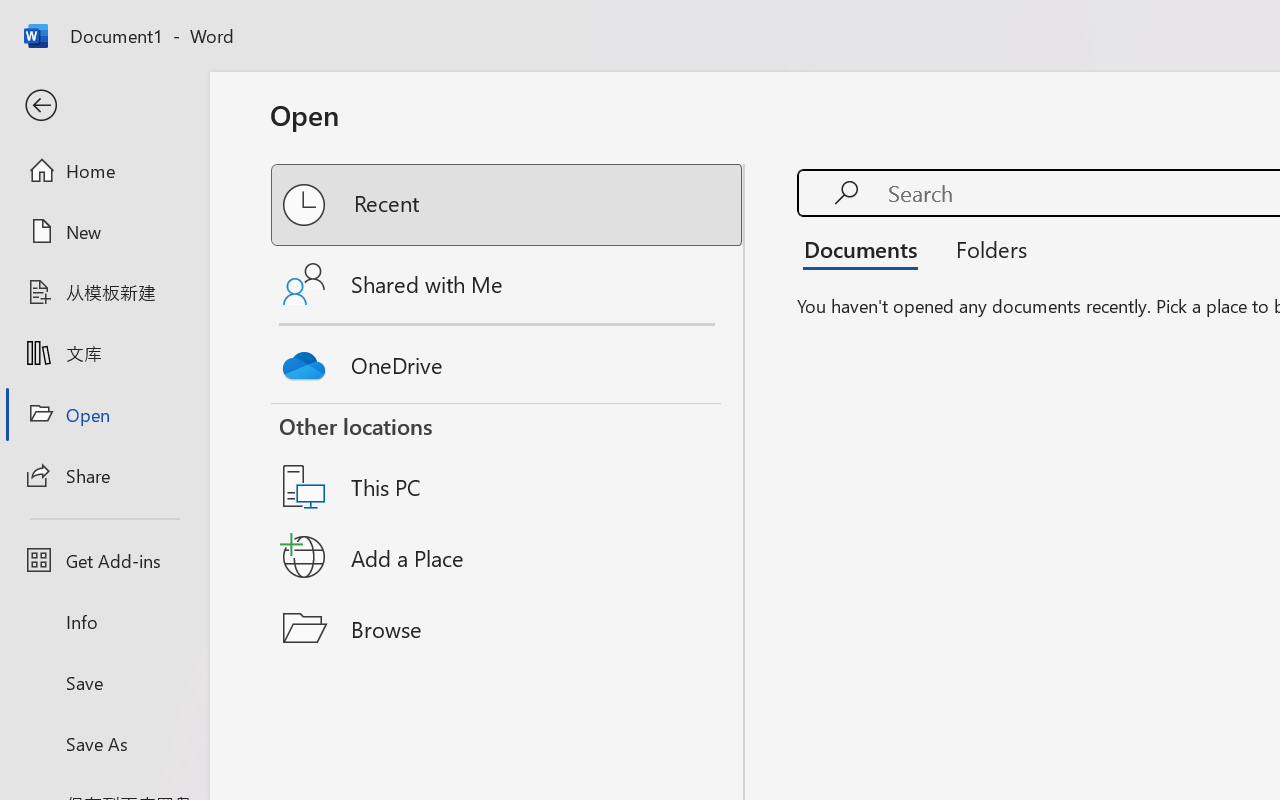 The height and width of the screenshot is (800, 1280). I want to click on 'Documents', so click(866, 248).